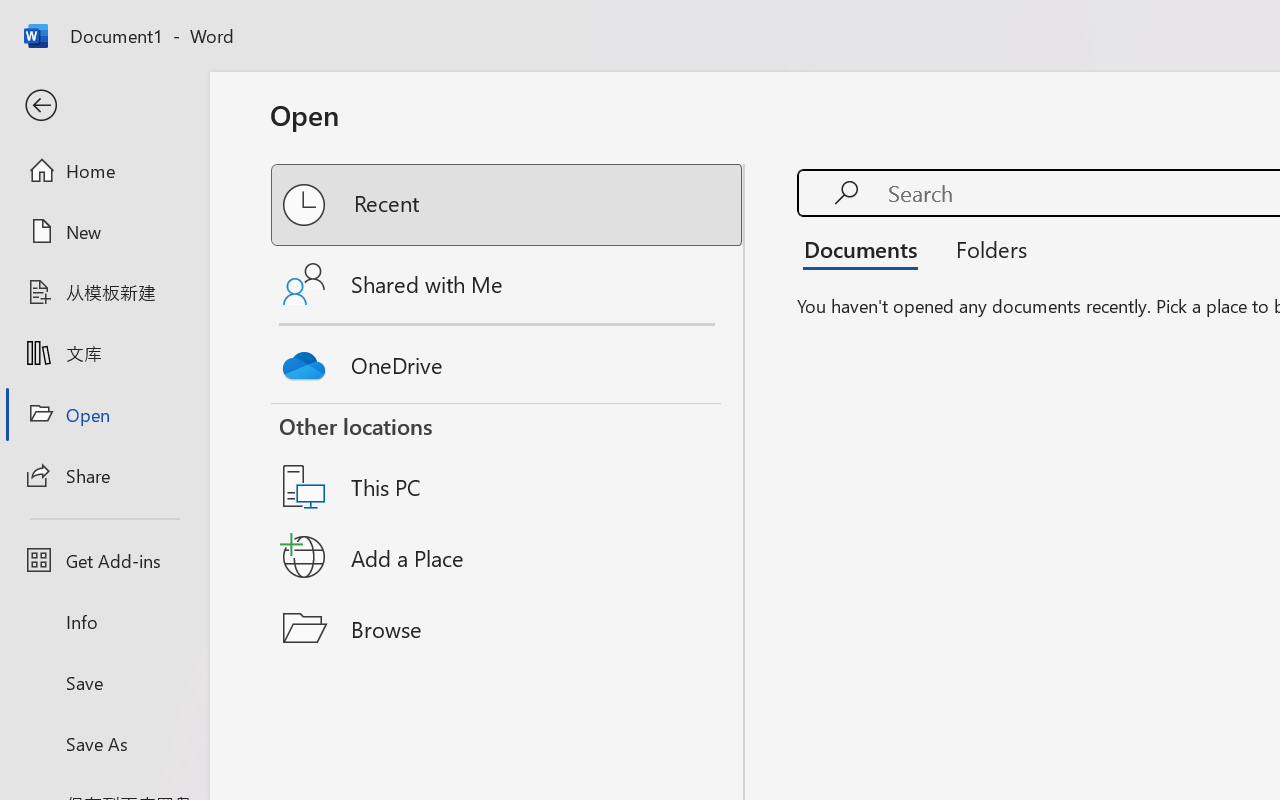 The height and width of the screenshot is (800, 1280). I want to click on 'Documents', so click(866, 248).